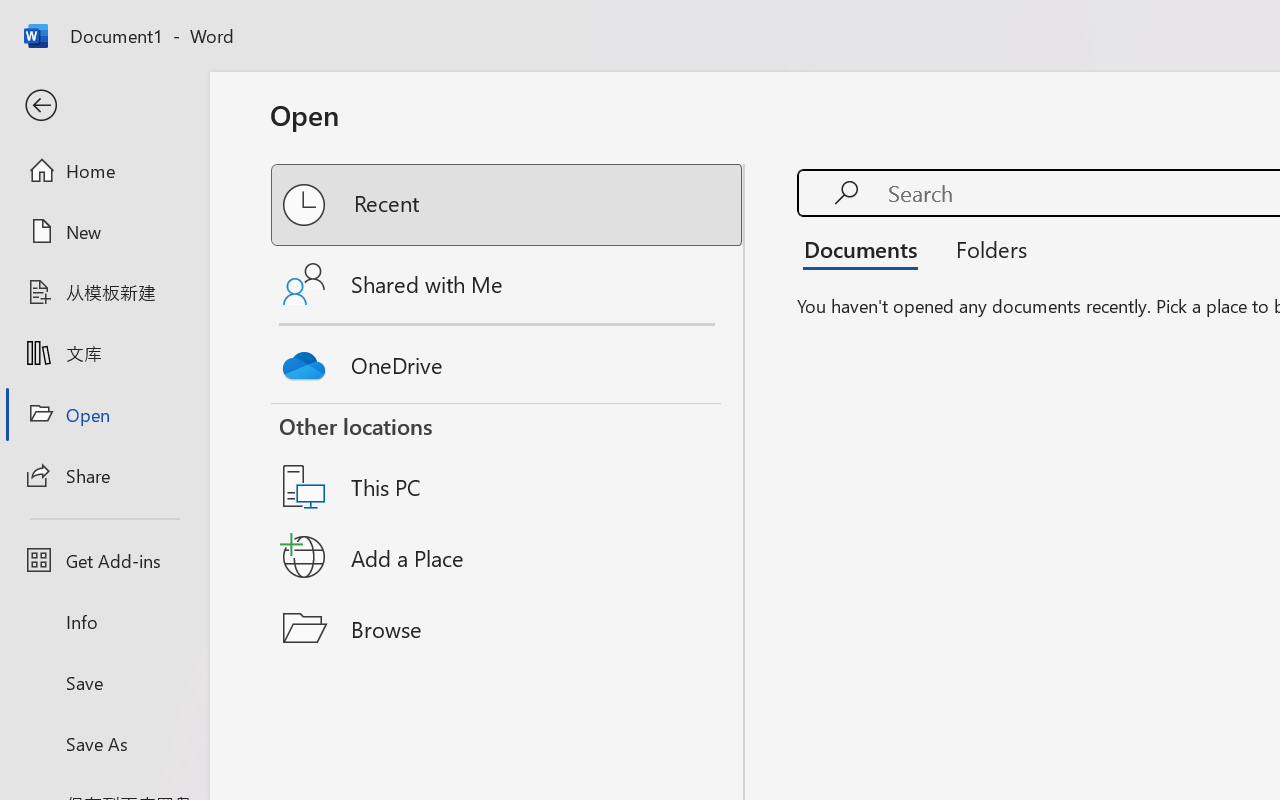 The height and width of the screenshot is (800, 1280). I want to click on 'Documents', so click(866, 248).